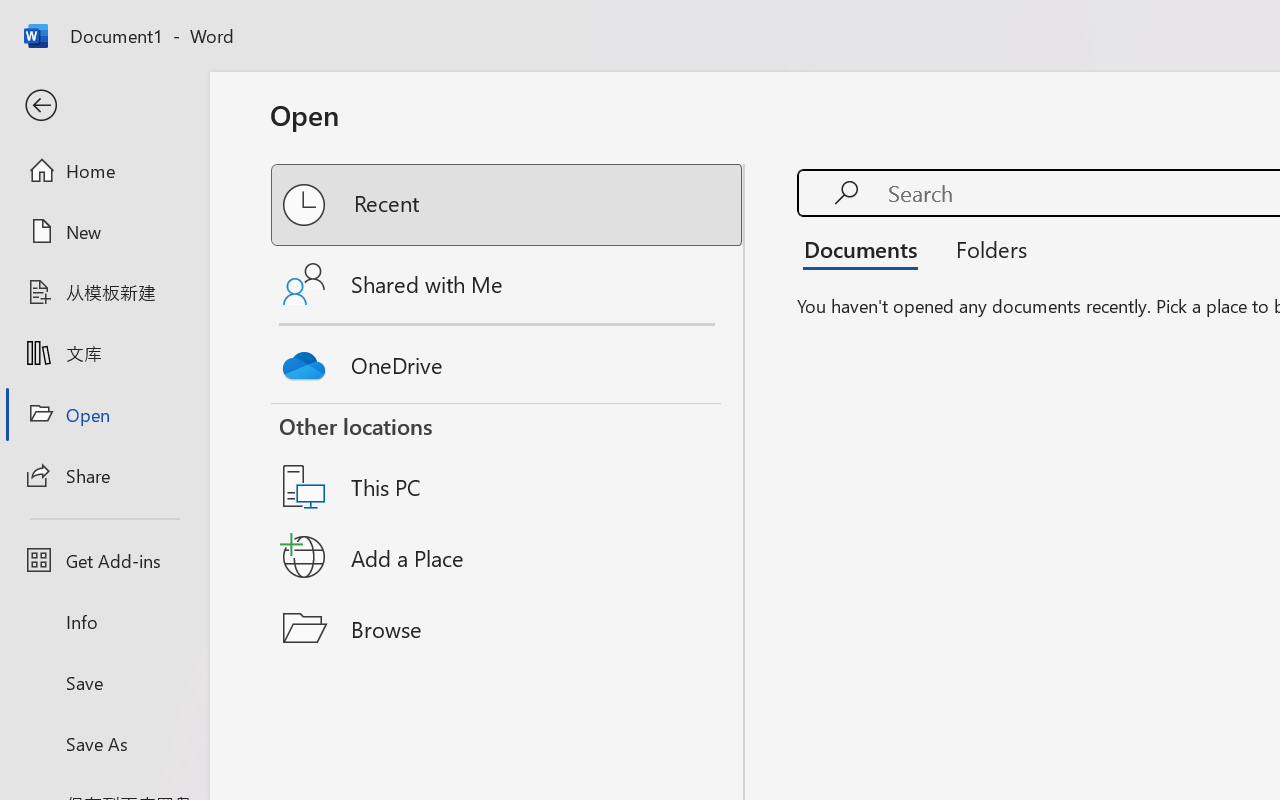 The height and width of the screenshot is (800, 1280). I want to click on 'Documents', so click(866, 248).